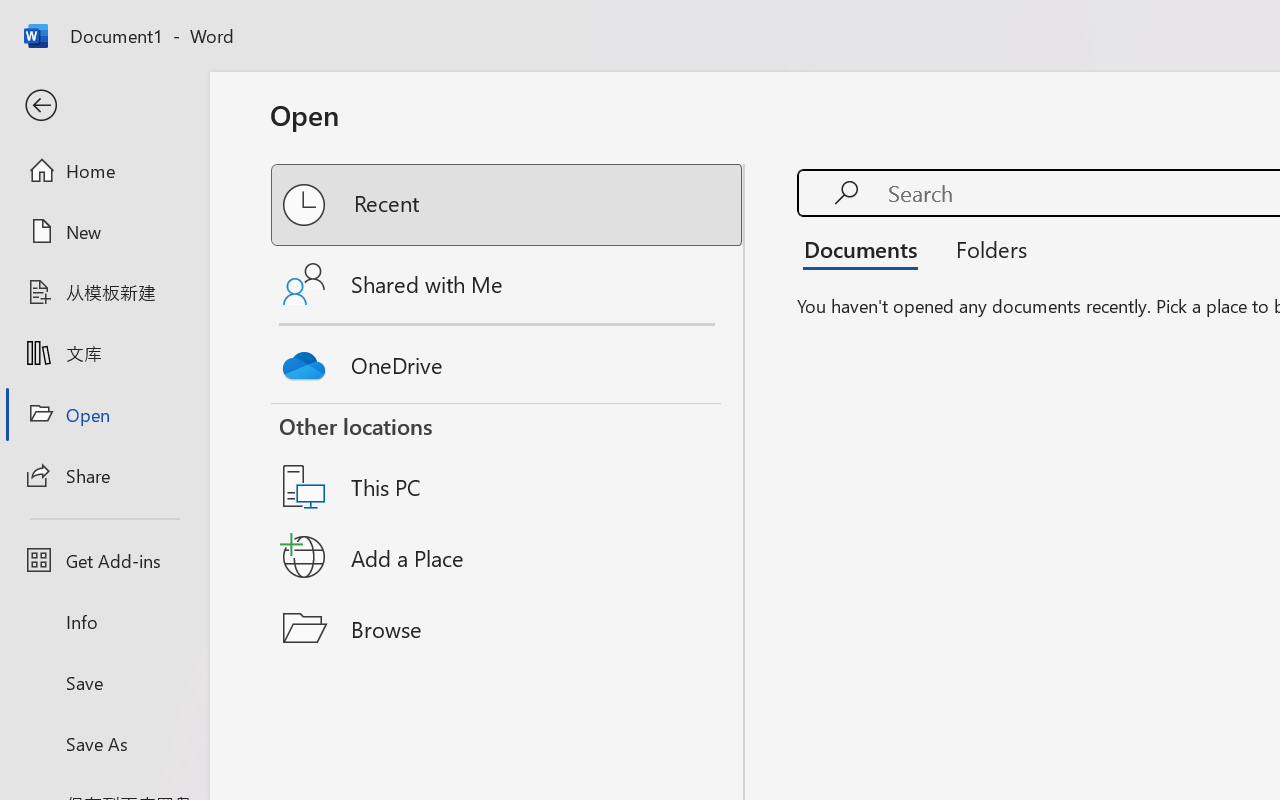 The height and width of the screenshot is (800, 1280). I want to click on 'Documents', so click(866, 248).